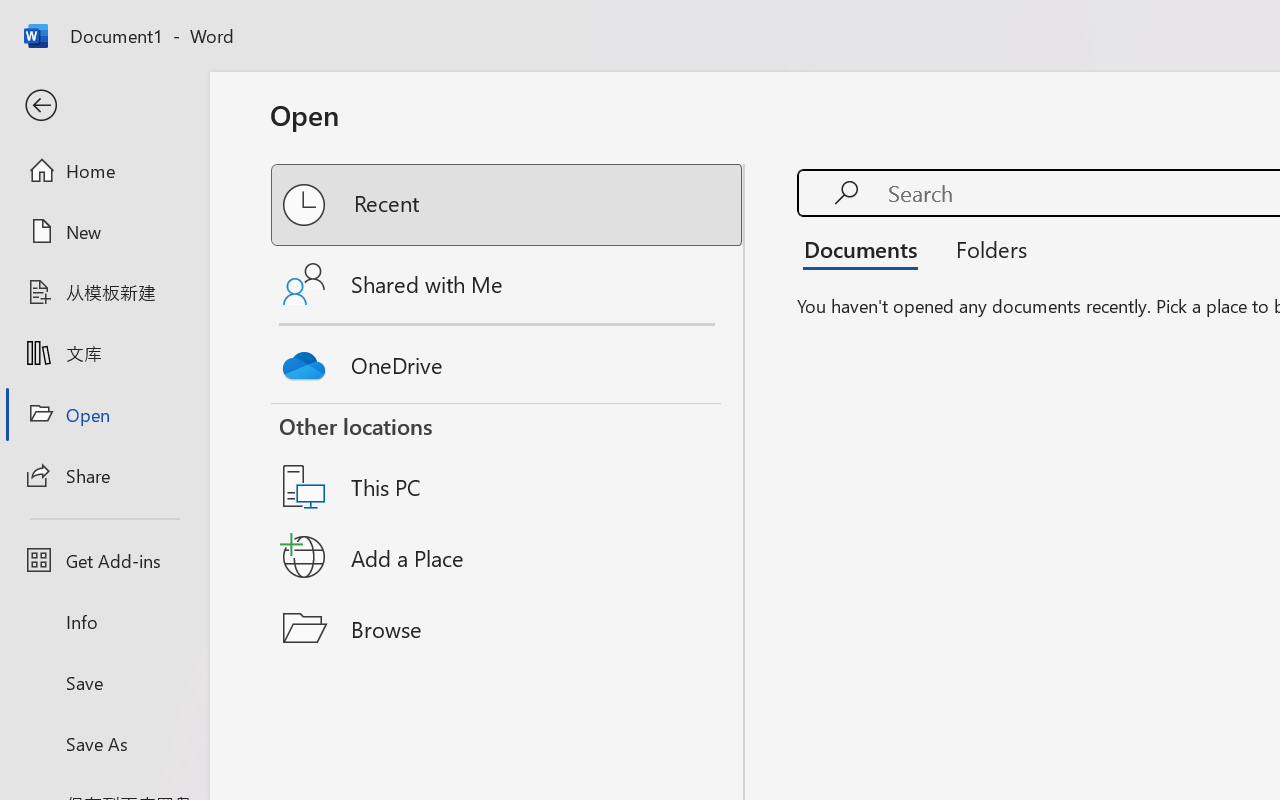 The height and width of the screenshot is (800, 1280). I want to click on 'Documents', so click(866, 248).